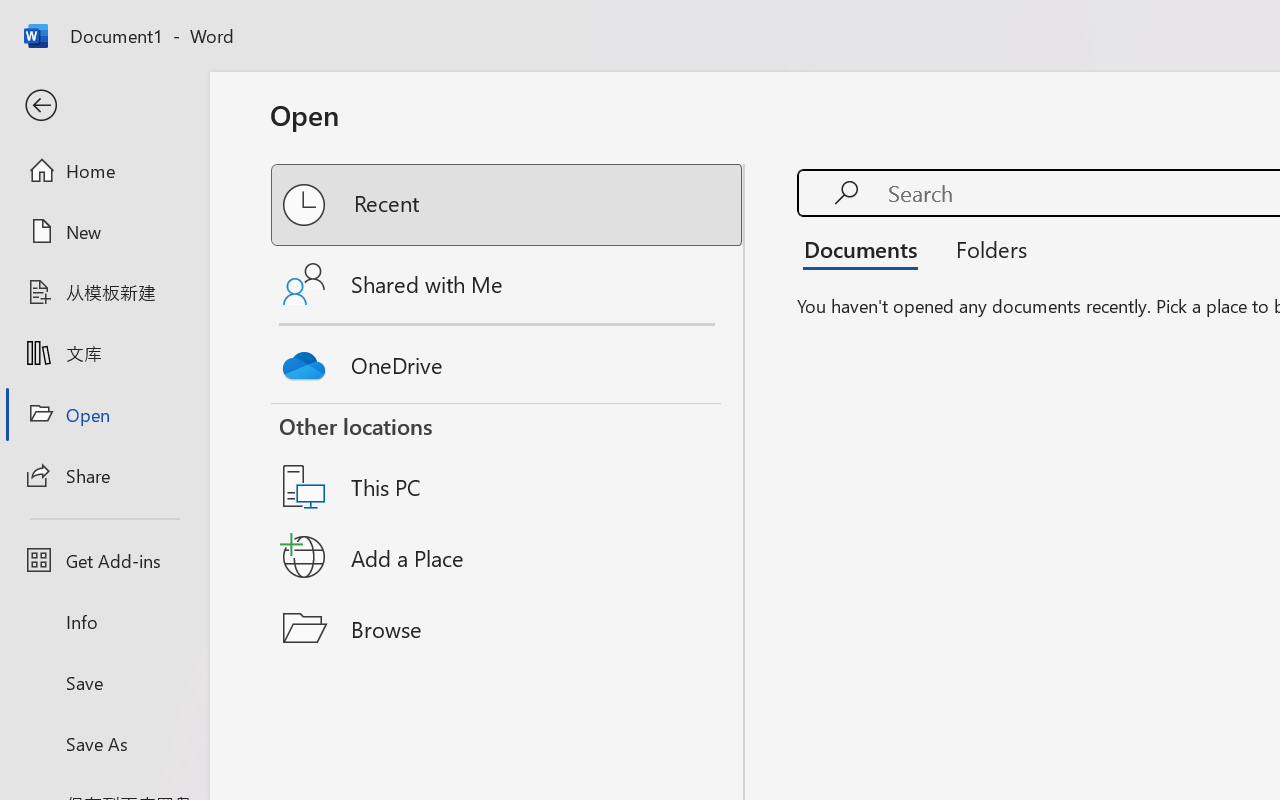 The height and width of the screenshot is (800, 1280). I want to click on 'Documents', so click(866, 248).